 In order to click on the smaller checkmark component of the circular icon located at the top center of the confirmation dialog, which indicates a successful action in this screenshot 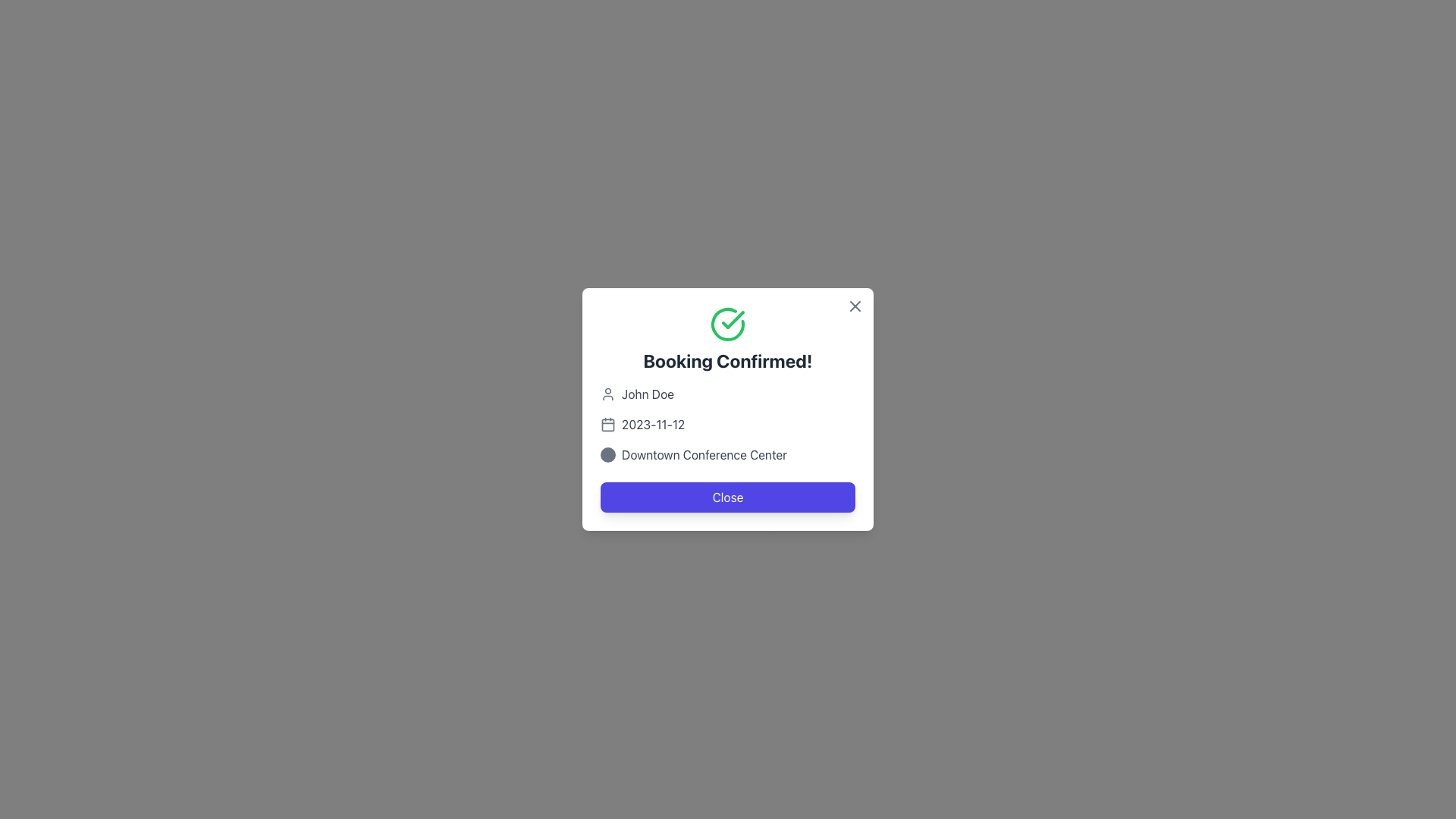, I will do `click(733, 318)`.